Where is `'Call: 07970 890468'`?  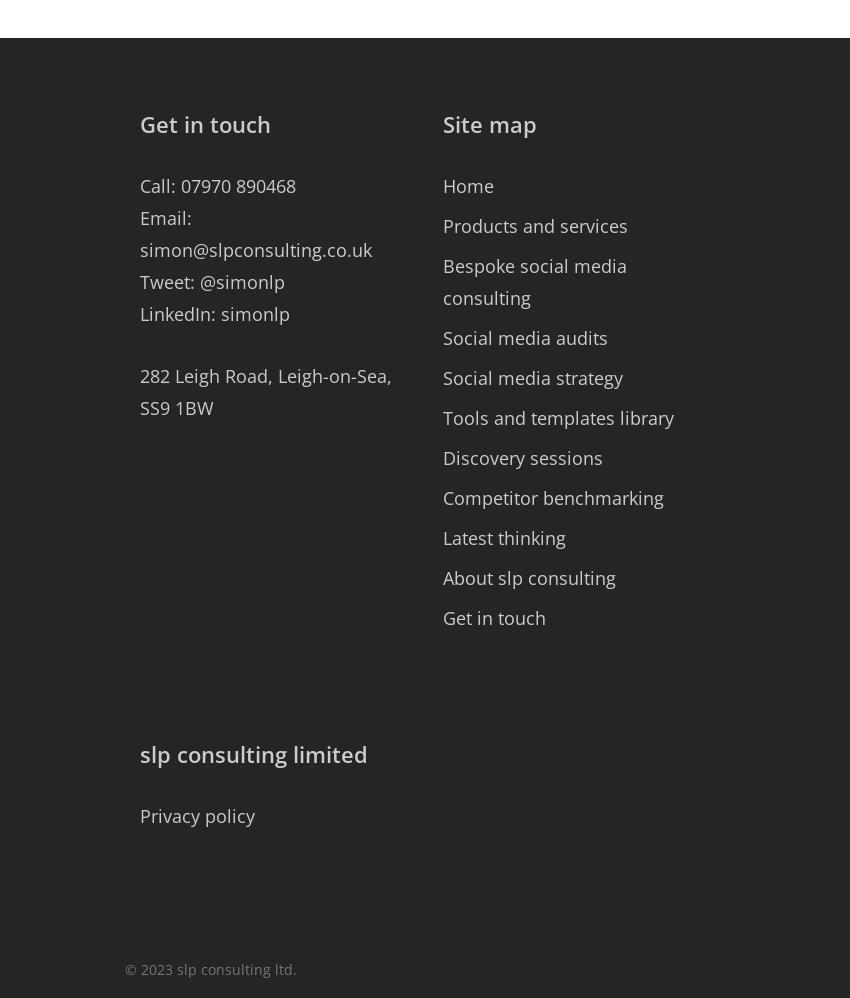 'Call: 07970 890468' is located at coordinates (218, 185).